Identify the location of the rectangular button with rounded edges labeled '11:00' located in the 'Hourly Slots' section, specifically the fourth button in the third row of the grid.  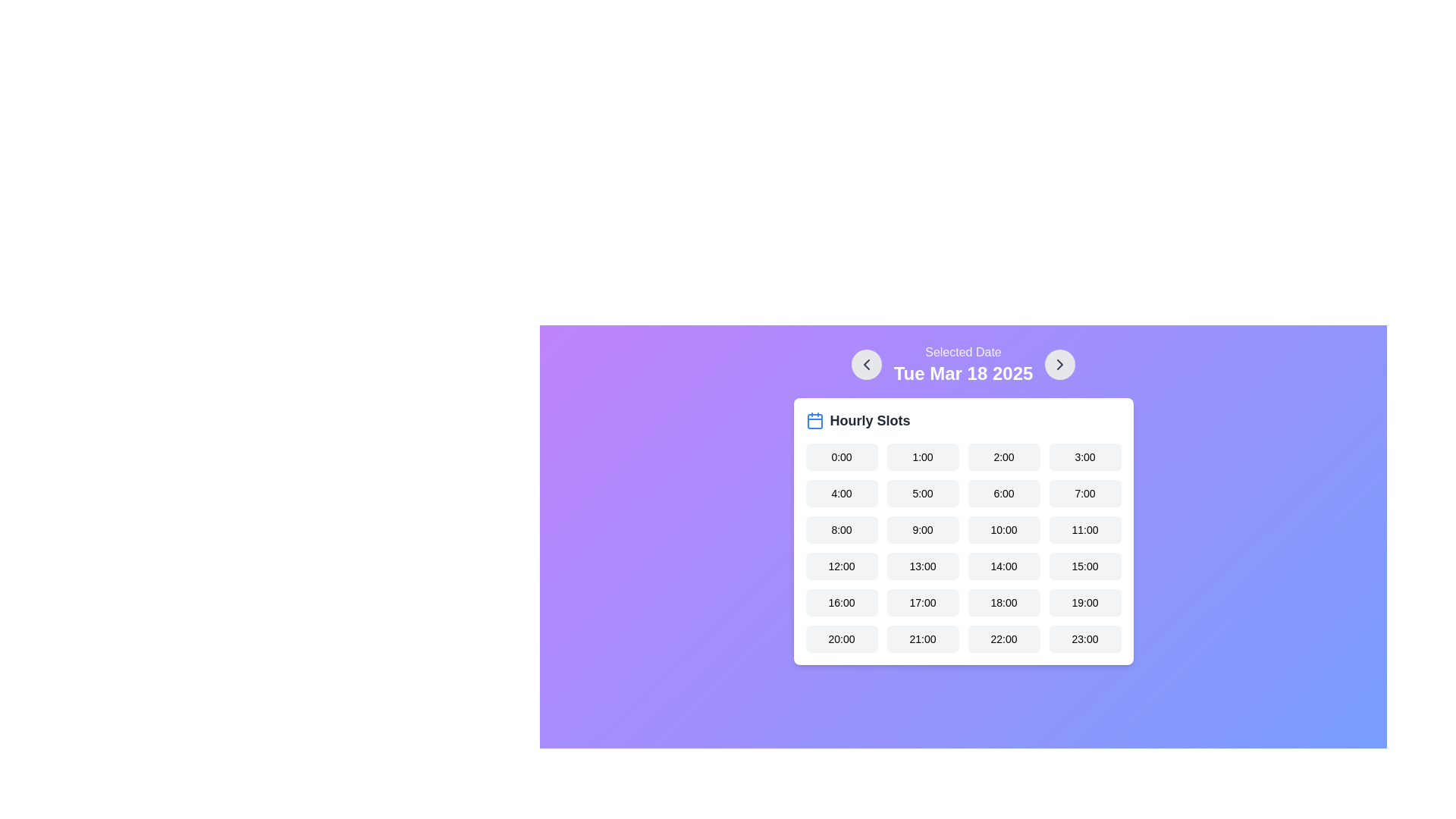
(1084, 529).